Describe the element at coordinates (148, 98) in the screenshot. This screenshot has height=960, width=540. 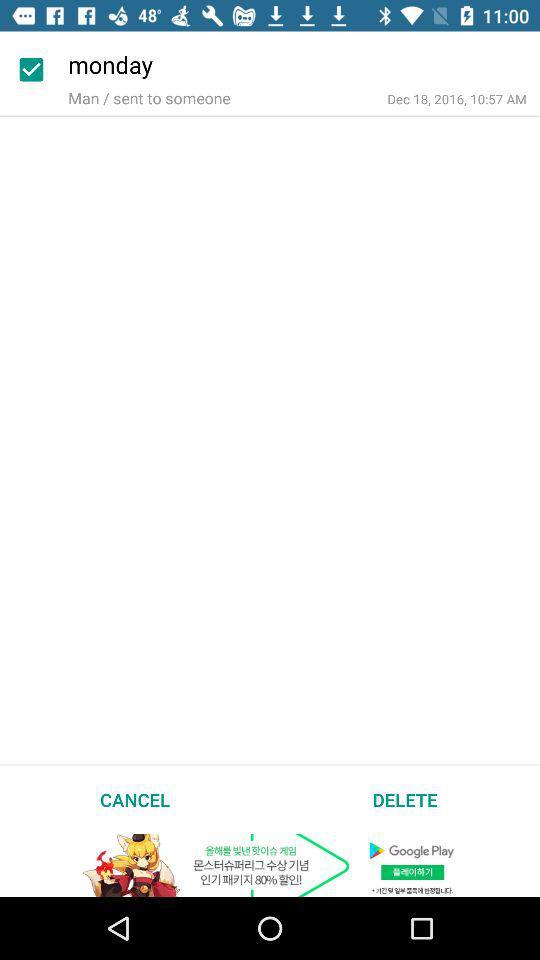
I see `icon to the left of the dec 18 2016` at that location.